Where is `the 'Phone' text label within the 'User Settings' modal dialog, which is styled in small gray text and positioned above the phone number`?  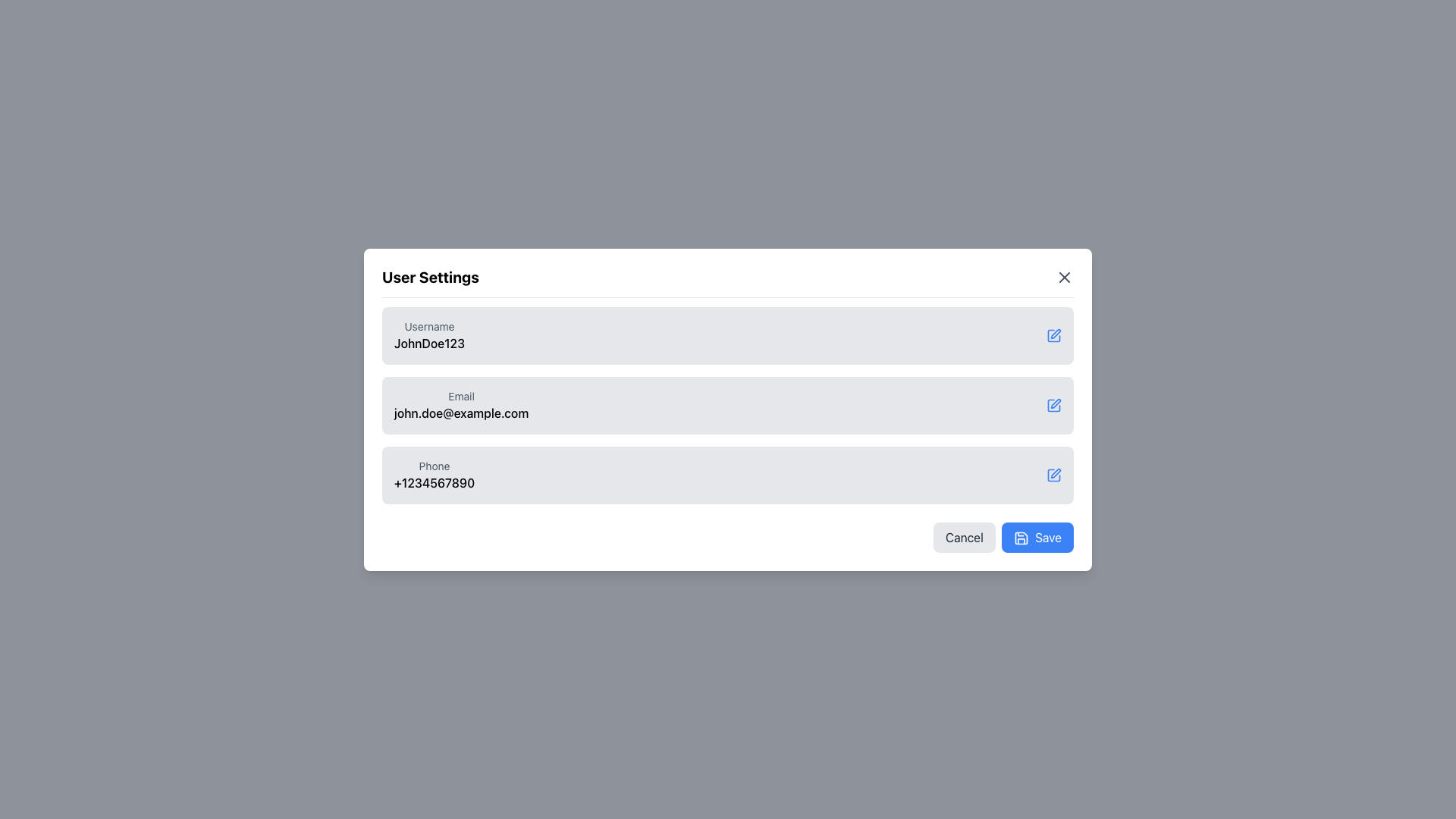 the 'Phone' text label within the 'User Settings' modal dialog, which is styled in small gray text and positioned above the phone number is located at coordinates (434, 465).